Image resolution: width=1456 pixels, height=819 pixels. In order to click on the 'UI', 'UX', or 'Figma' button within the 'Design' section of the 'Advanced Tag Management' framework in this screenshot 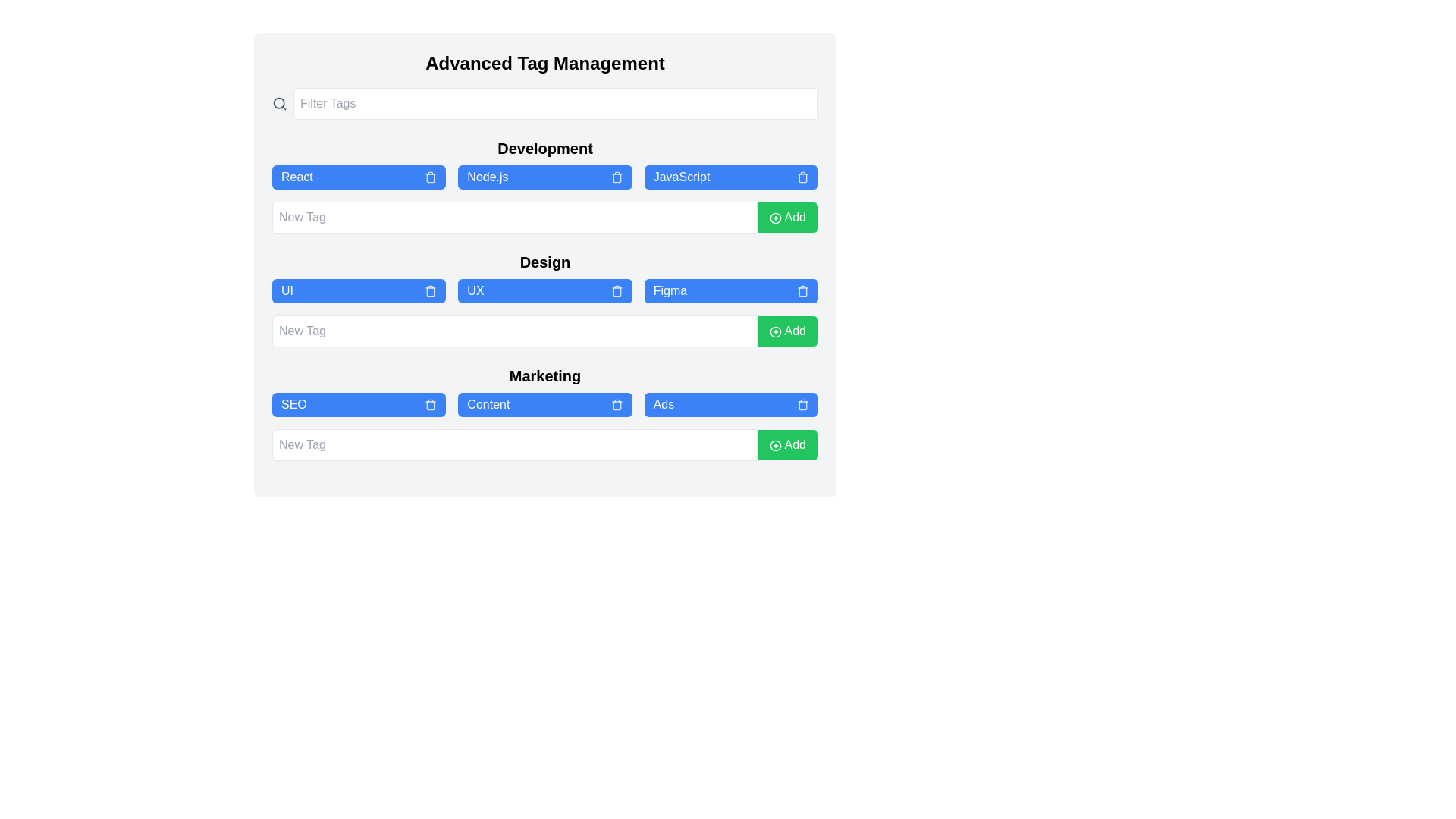, I will do `click(545, 291)`.